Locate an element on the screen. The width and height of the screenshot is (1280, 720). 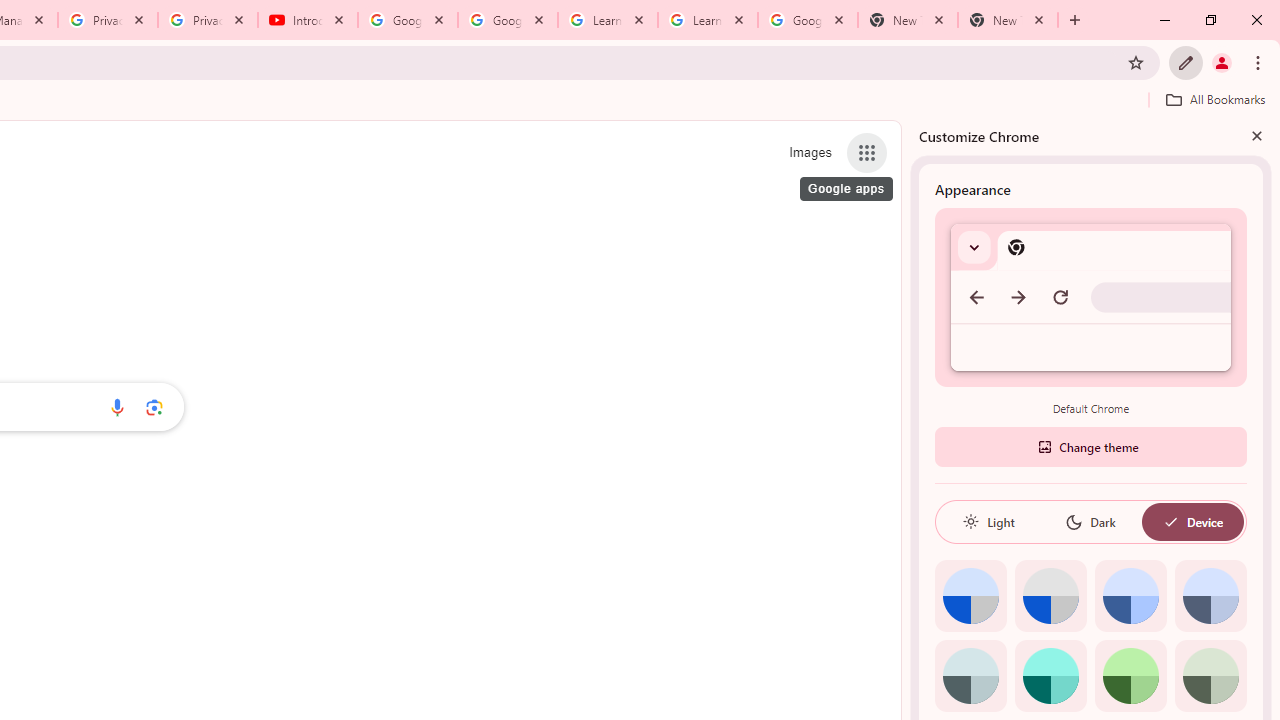
'Aqua' is located at coordinates (1049, 675).